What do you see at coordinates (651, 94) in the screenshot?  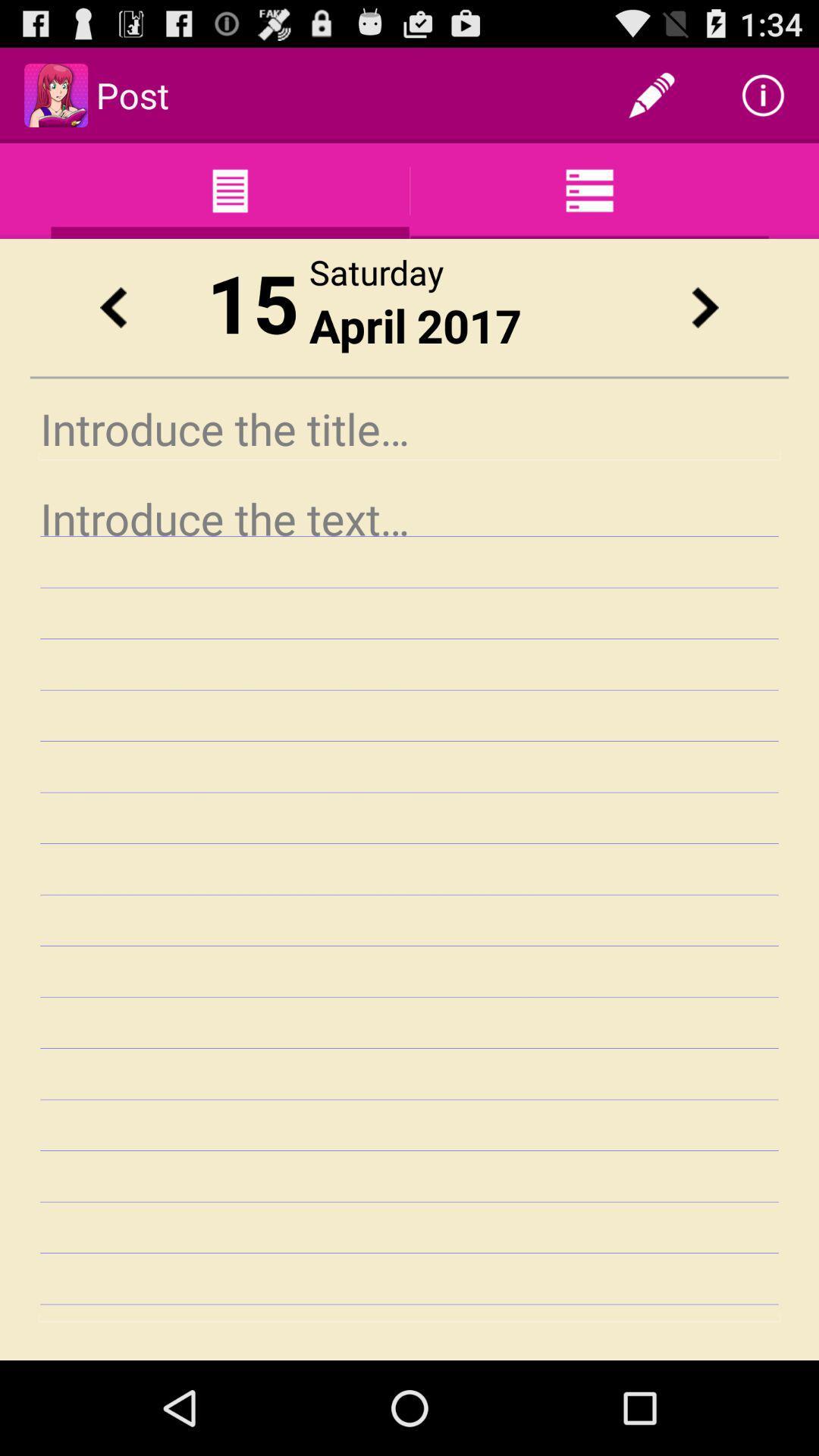 I see `app next to post` at bounding box center [651, 94].